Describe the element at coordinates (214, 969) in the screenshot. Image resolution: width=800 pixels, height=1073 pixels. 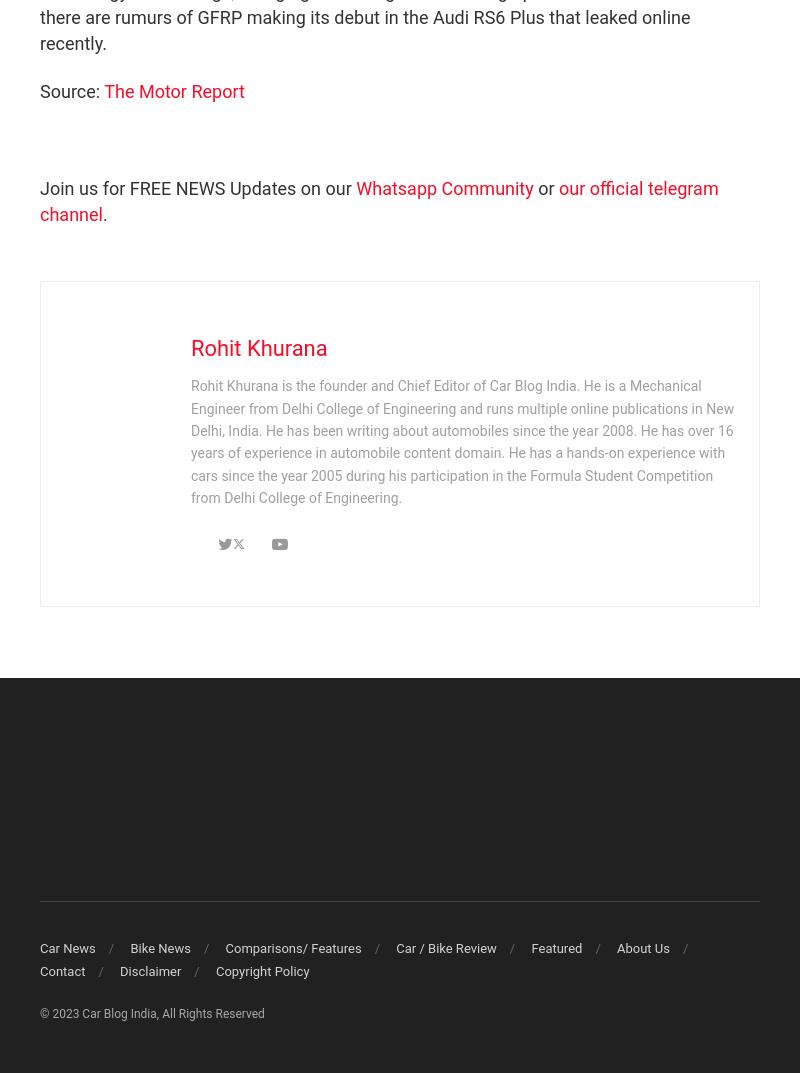
I see `'Copyright Policy'` at that location.